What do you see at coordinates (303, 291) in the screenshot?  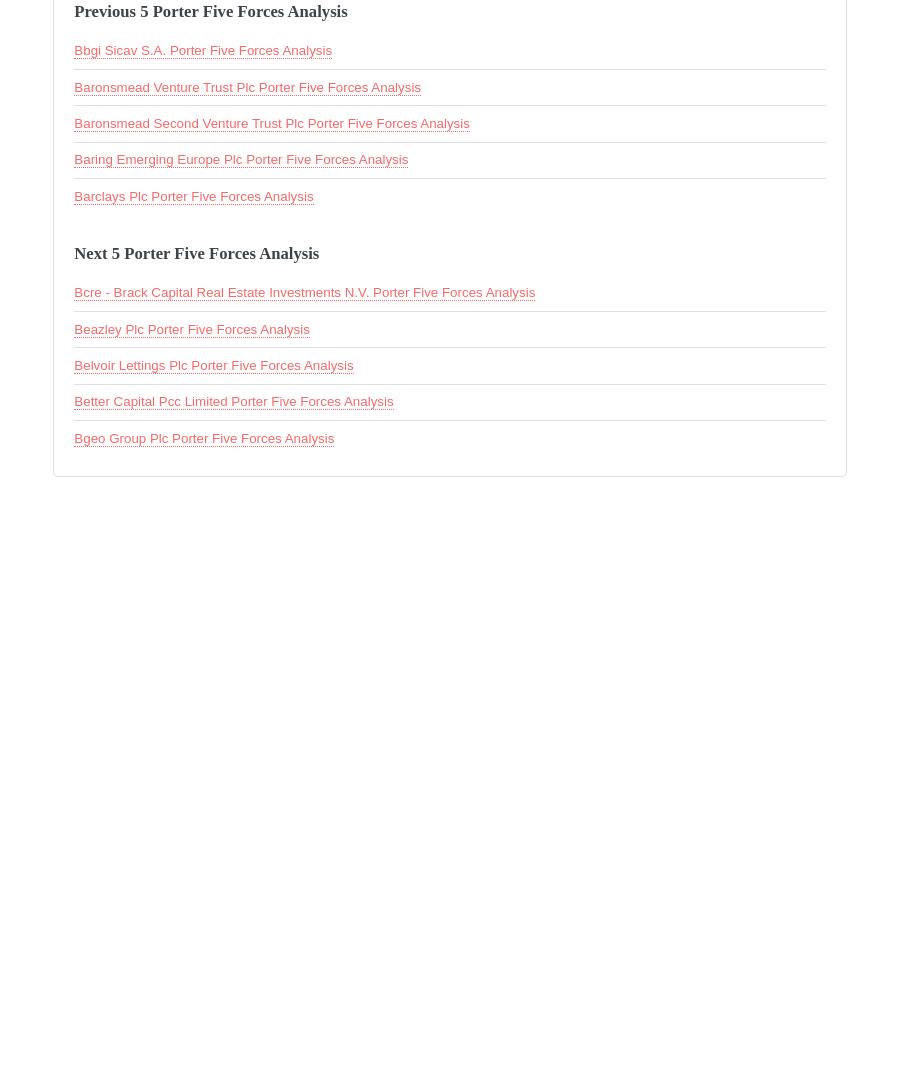 I see `'Bcre - Brack Capital Real Estate Investments N.V. Porter Five Forces Analysis'` at bounding box center [303, 291].